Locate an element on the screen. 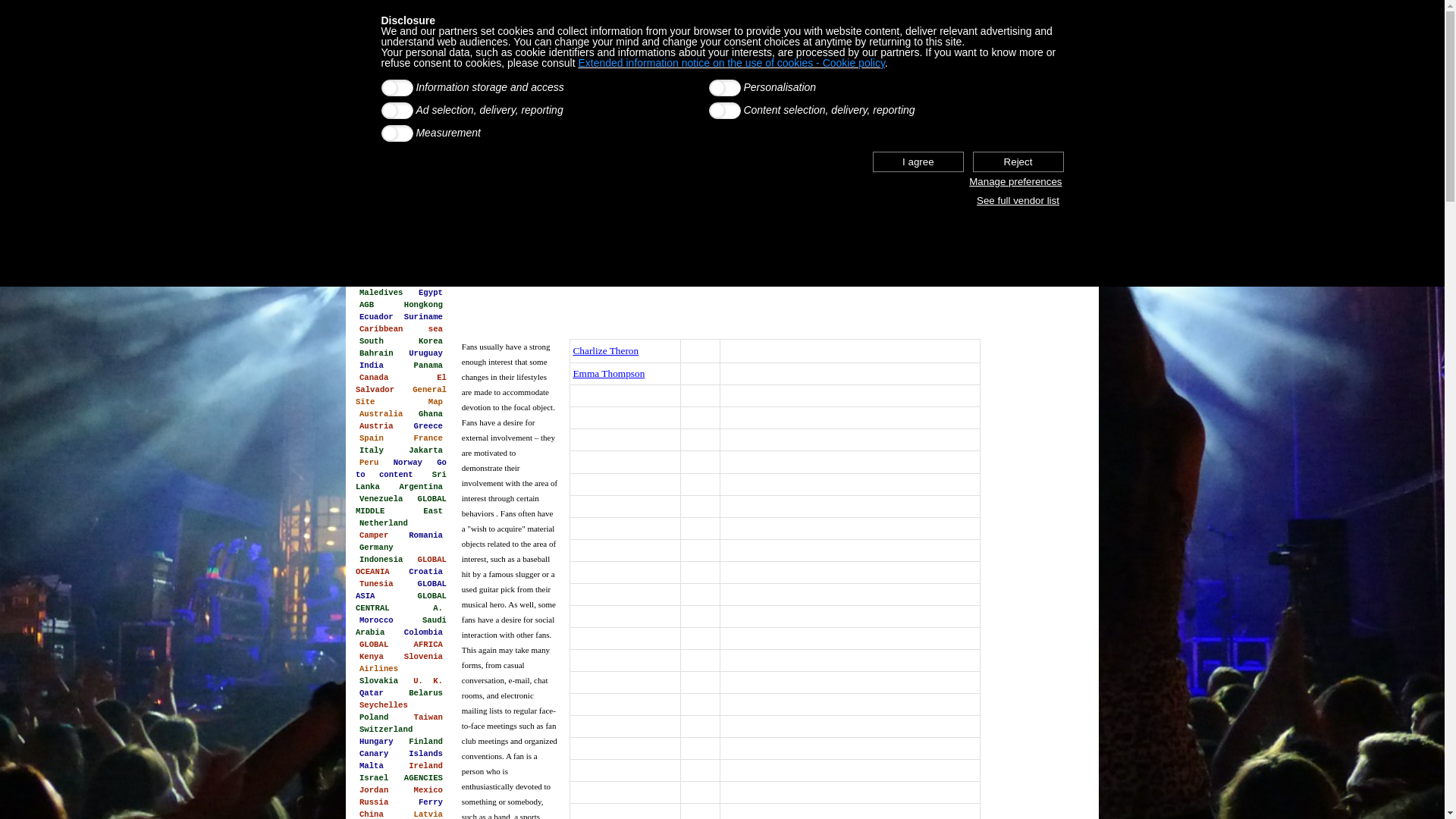 Image resolution: width=1456 pixels, height=819 pixels. 'Ecuador' is located at coordinates (376, 315).